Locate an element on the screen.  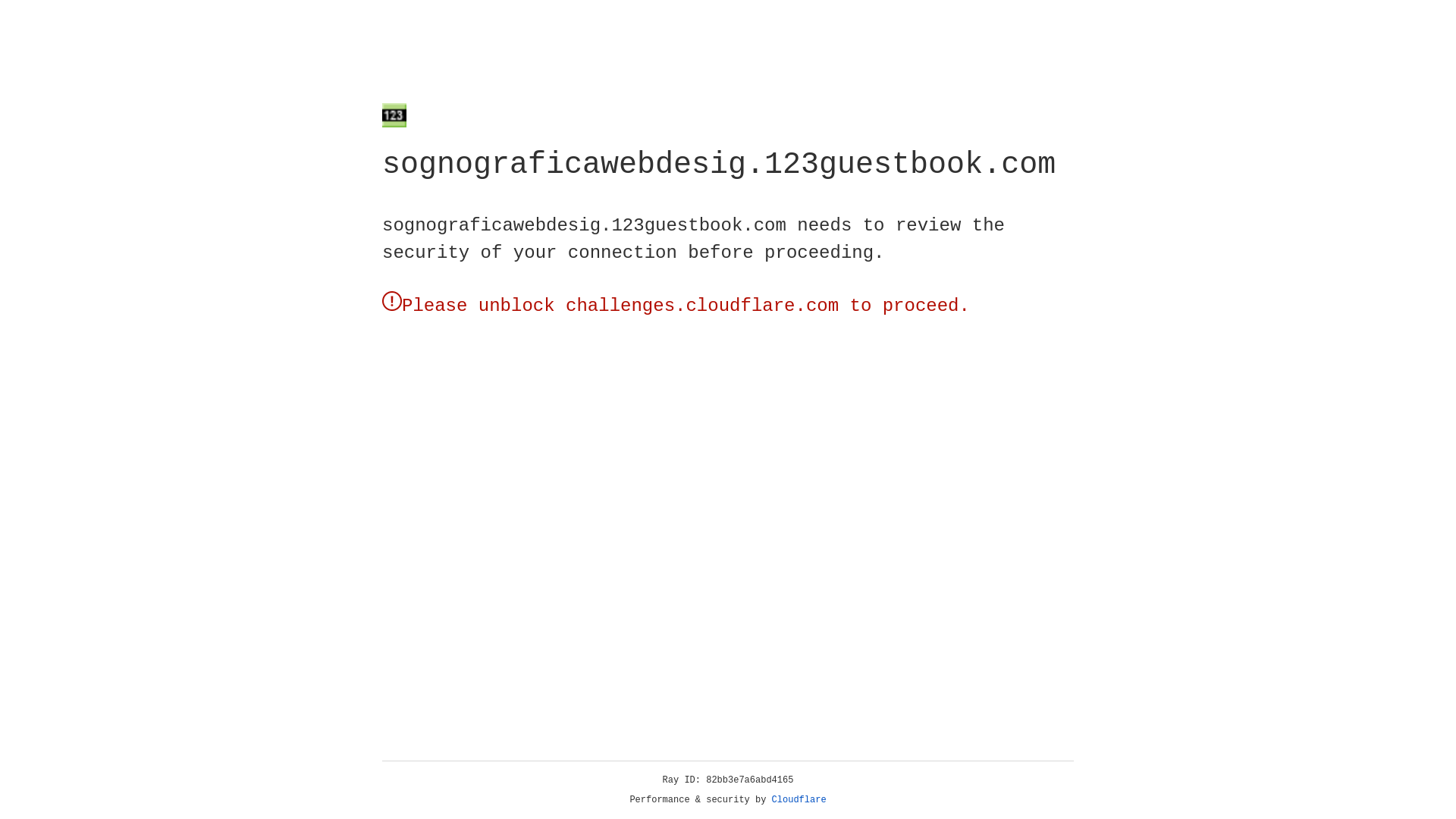
'Cloudflare' is located at coordinates (799, 799).